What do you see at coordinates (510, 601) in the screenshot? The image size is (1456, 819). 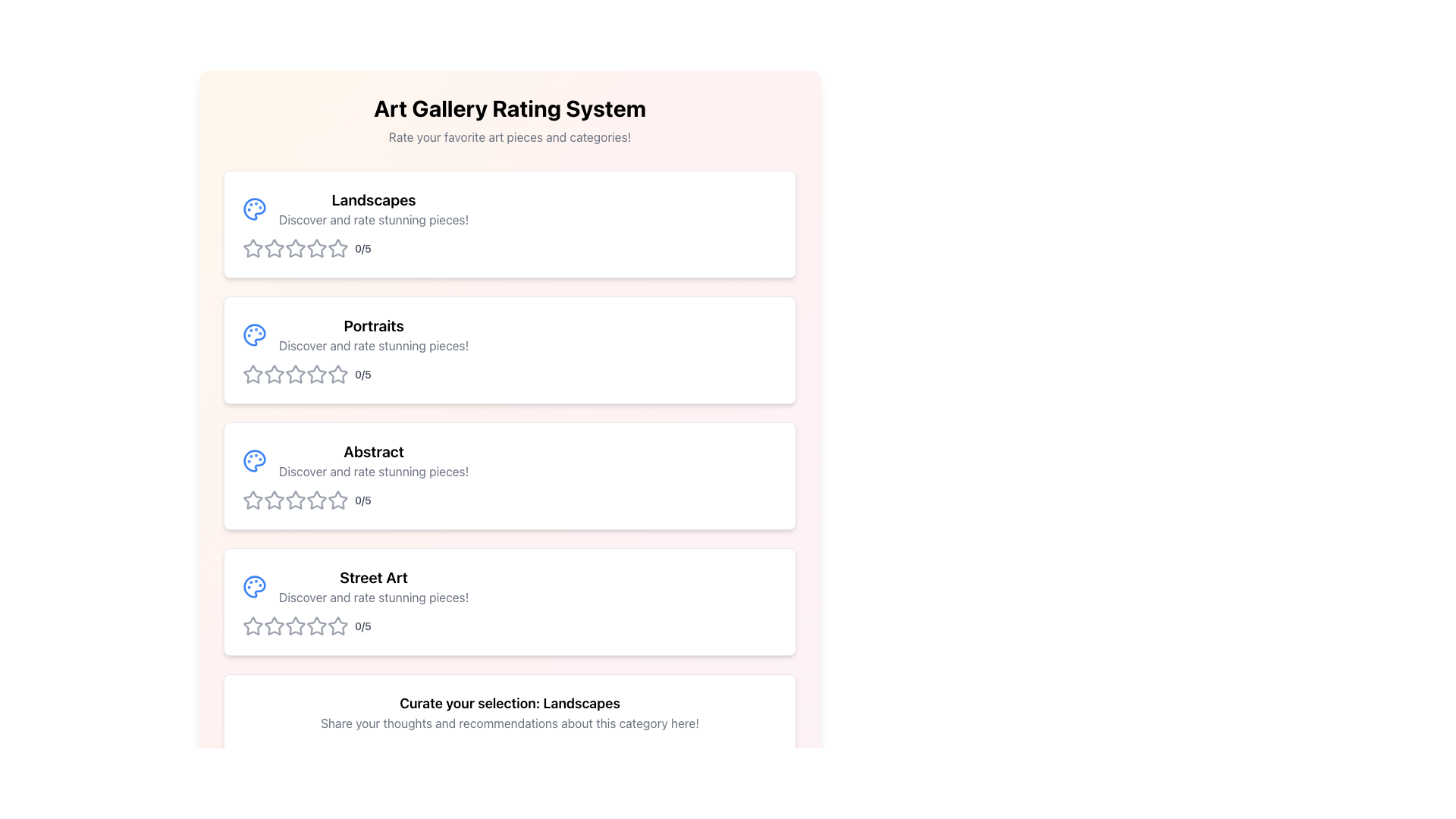 I see `the 'Street Art' card, which is the fourth card in a vertical list of similar cards` at bounding box center [510, 601].